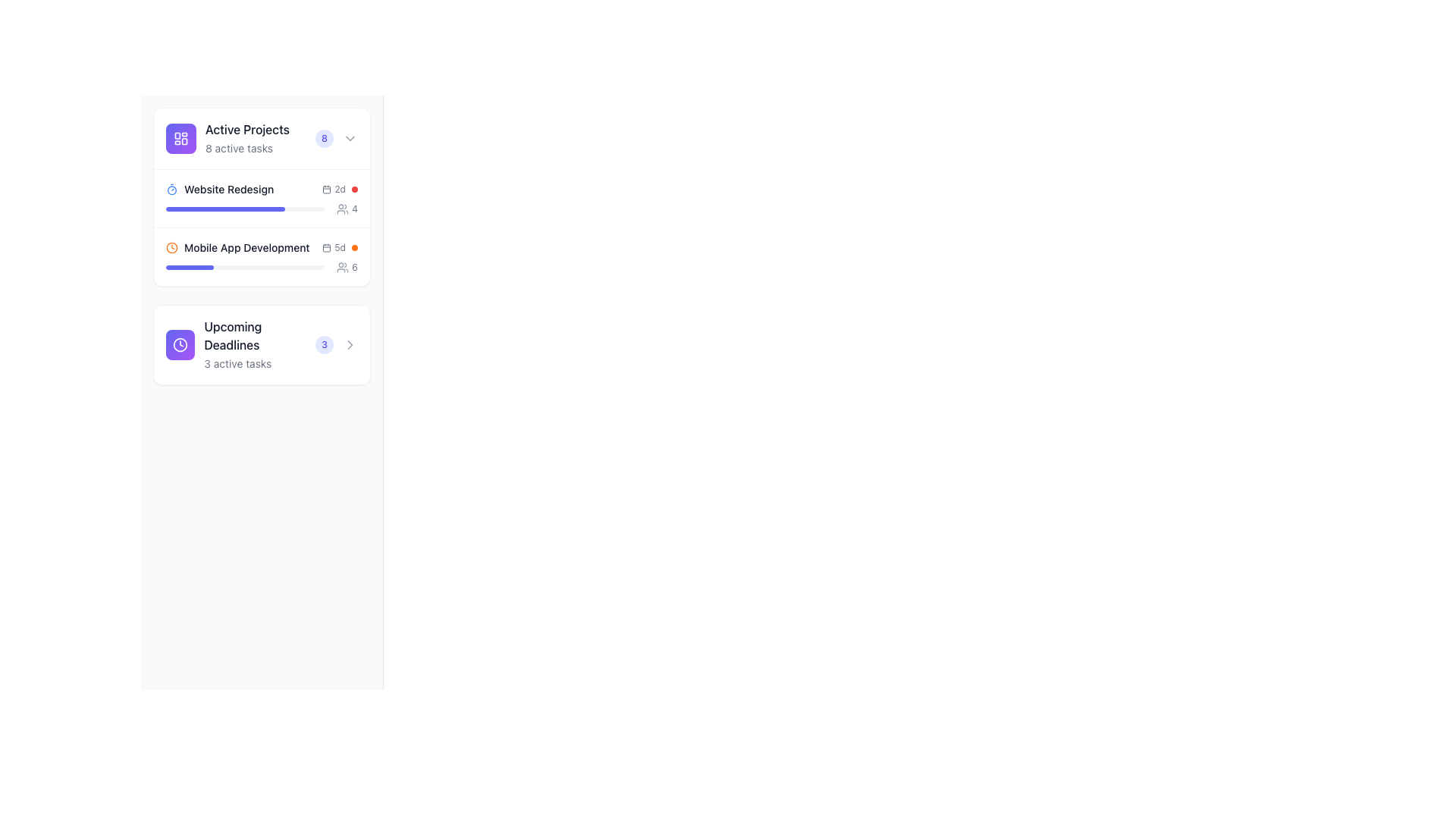  Describe the element at coordinates (237, 247) in the screenshot. I see `the label containing the orange clock icon and the text 'Mobile App Development' in the 'Active Projects' section` at that location.